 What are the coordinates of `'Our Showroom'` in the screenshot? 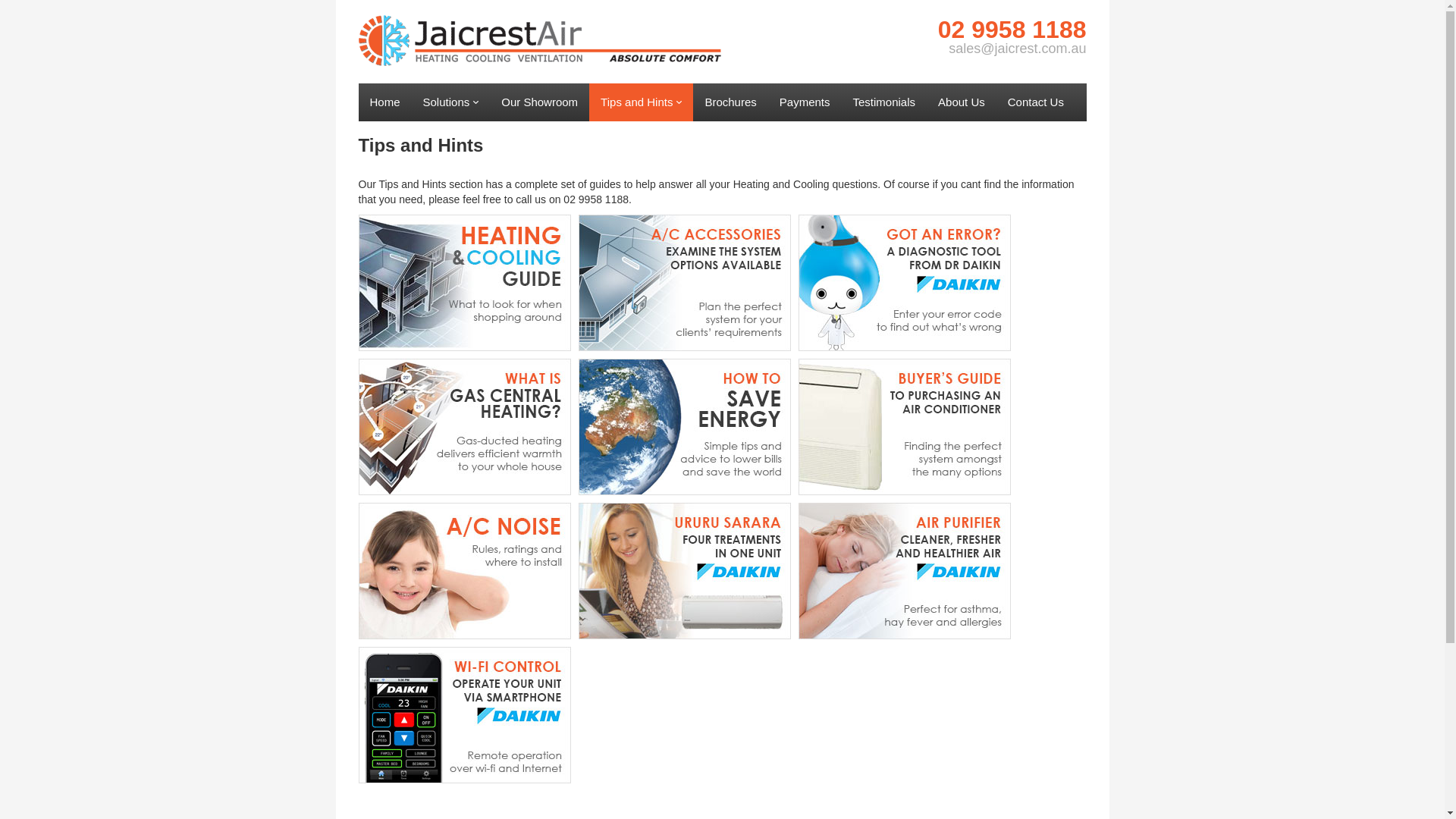 It's located at (539, 102).